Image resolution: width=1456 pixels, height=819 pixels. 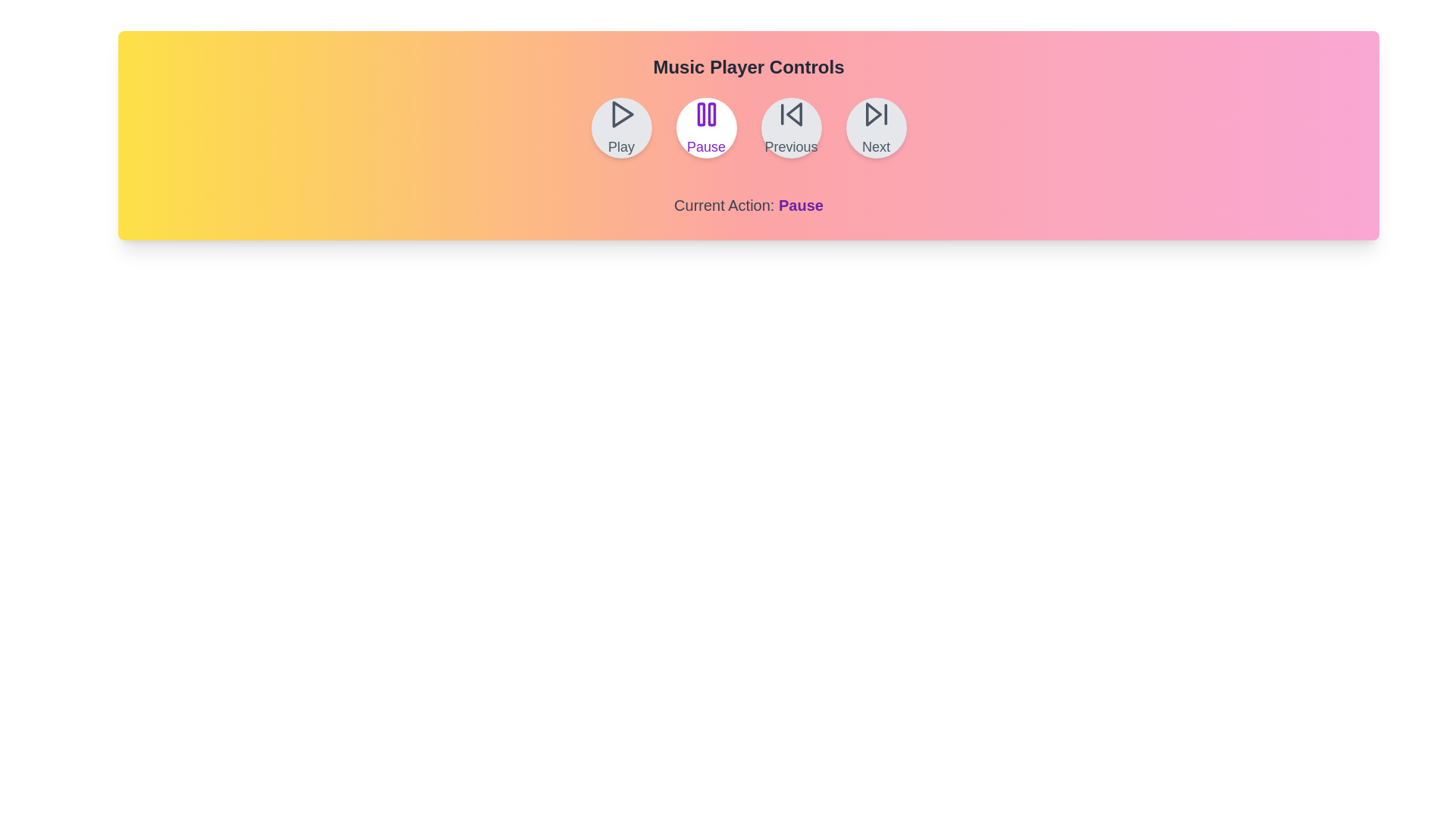 I want to click on the Next button to observe its hover effect, so click(x=876, y=127).